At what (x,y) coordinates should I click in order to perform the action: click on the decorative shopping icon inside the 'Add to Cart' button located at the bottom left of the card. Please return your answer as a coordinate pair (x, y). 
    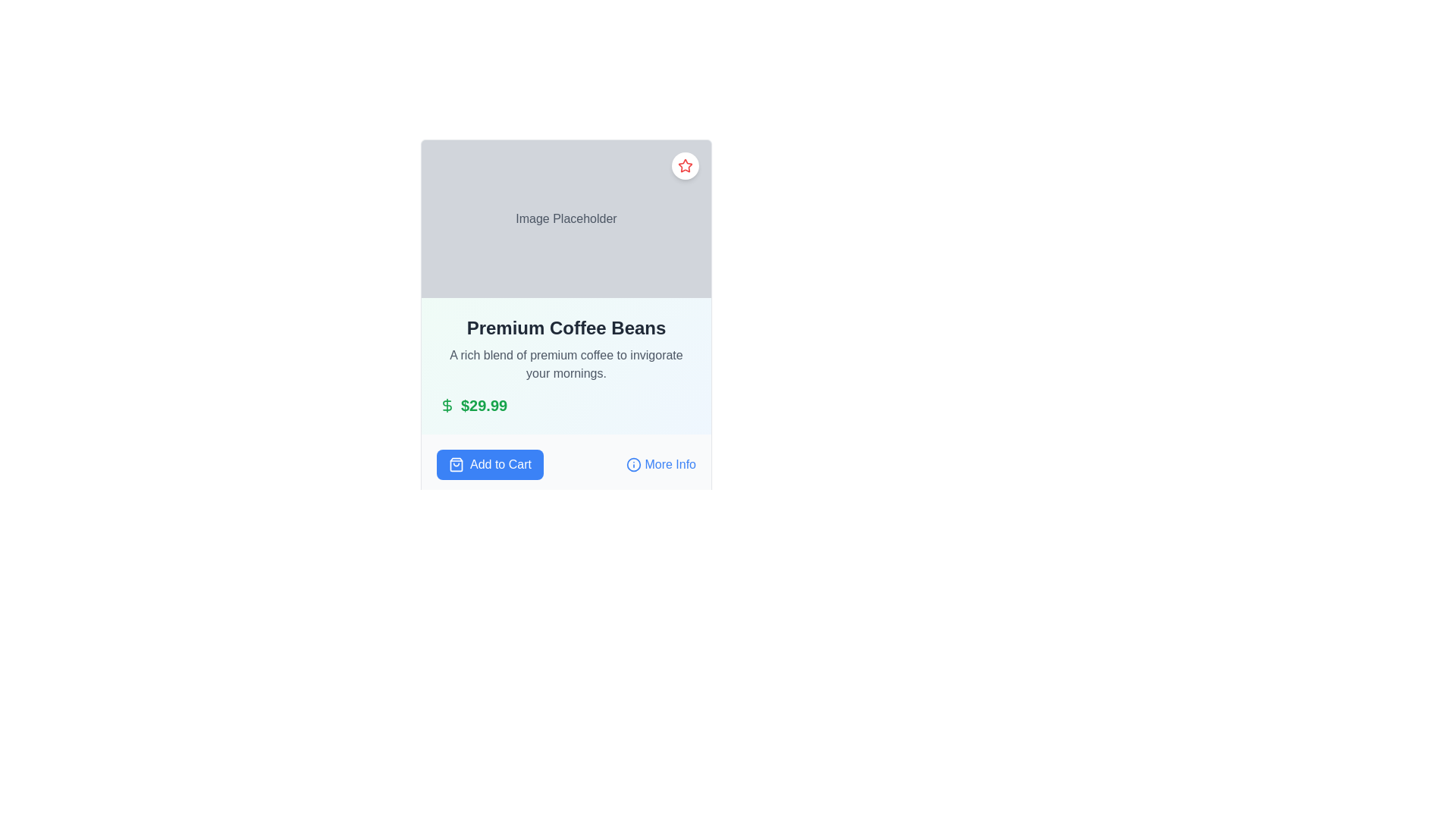
    Looking at the image, I should click on (455, 464).